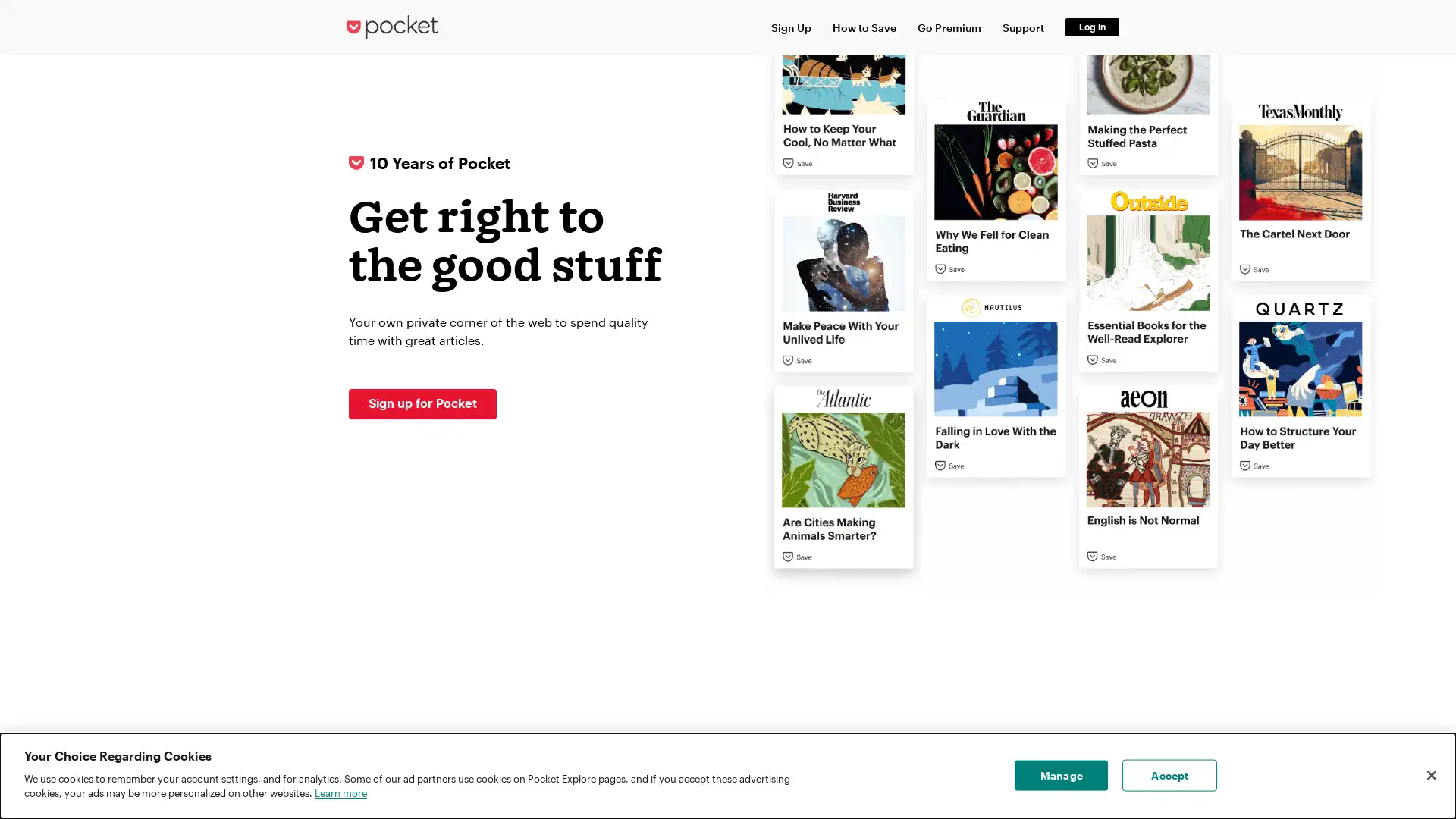 This screenshot has height=819, width=1456. I want to click on Manage, so click(1060, 775).